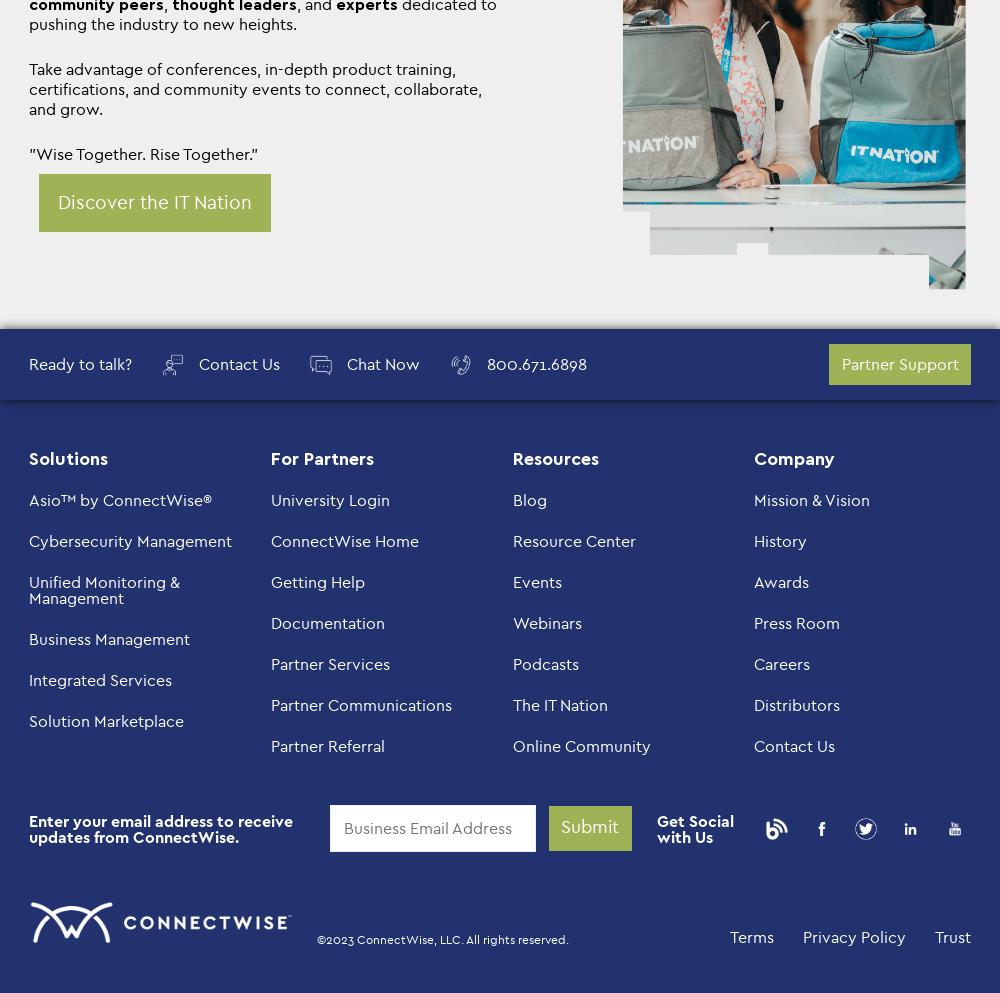 This screenshot has width=1000, height=993. What do you see at coordinates (161, 827) in the screenshot?
I see `'Enter your email address to receive updates from ConnectWise.'` at bounding box center [161, 827].